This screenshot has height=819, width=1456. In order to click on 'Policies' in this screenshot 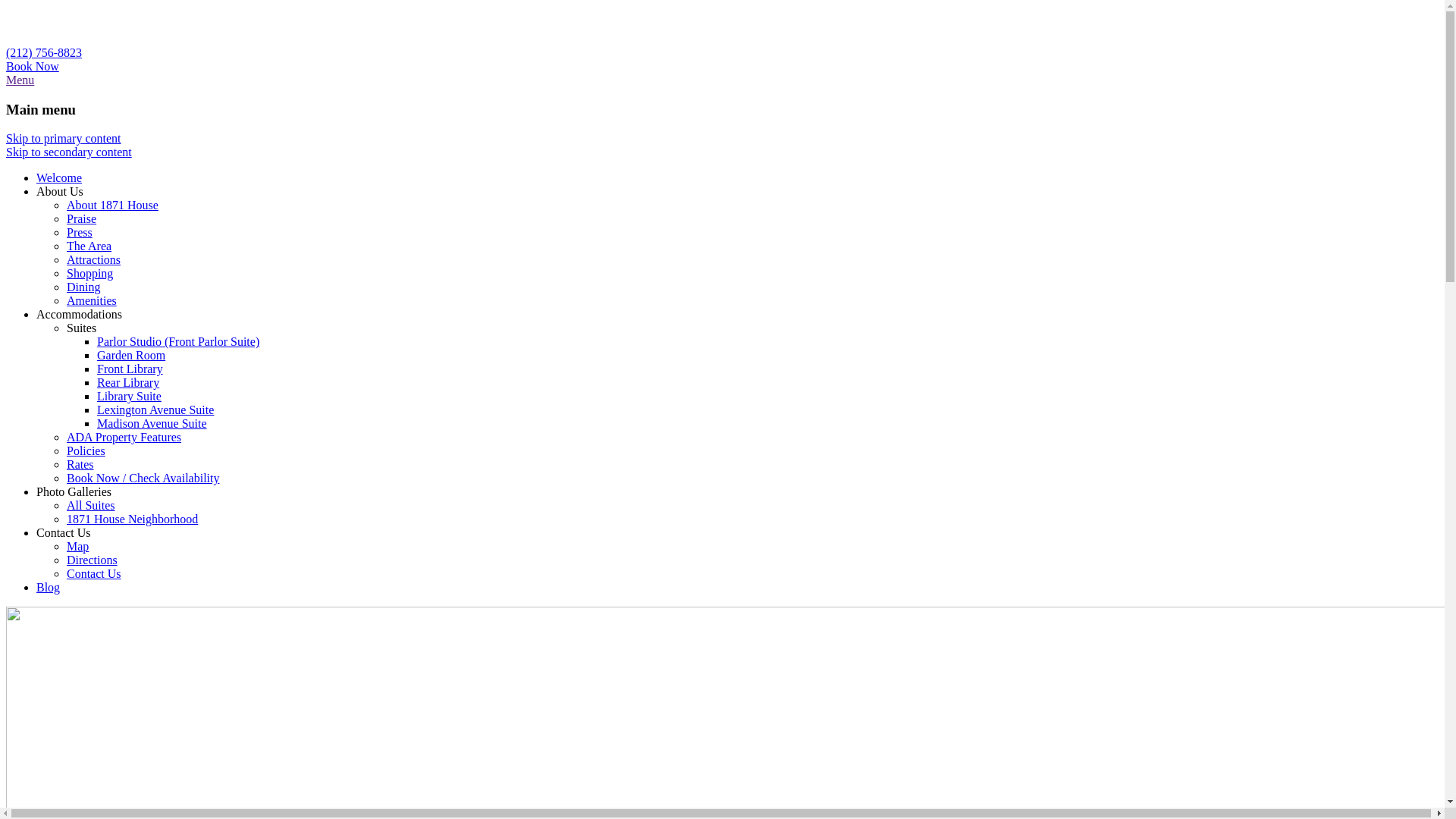, I will do `click(85, 450)`.